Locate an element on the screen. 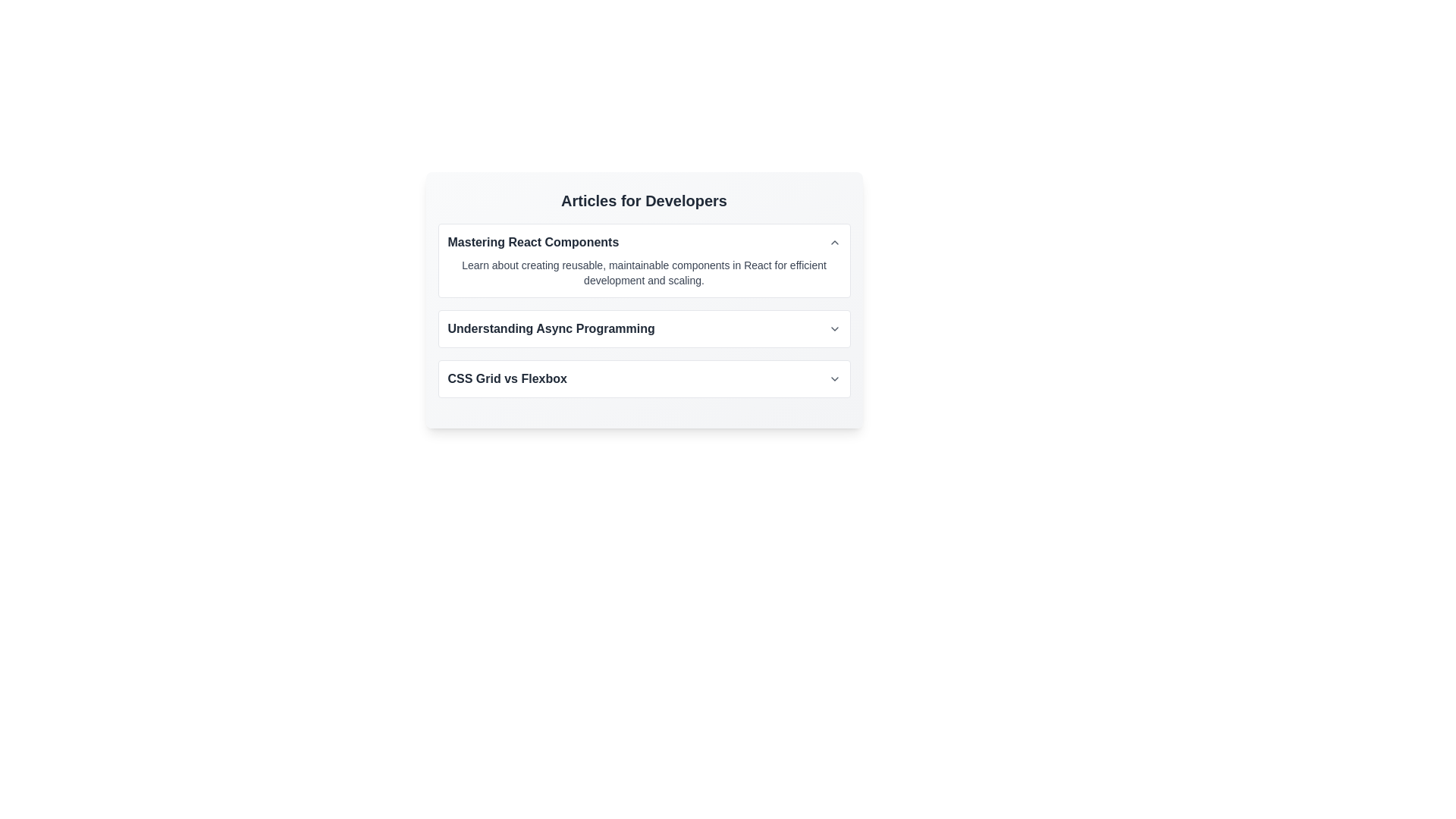 This screenshot has height=819, width=1456. the downward-pointing chevron icon styled with a gray color, located at the bottom of the 'CSS Grid vs Flexbox' section is located at coordinates (833, 378).